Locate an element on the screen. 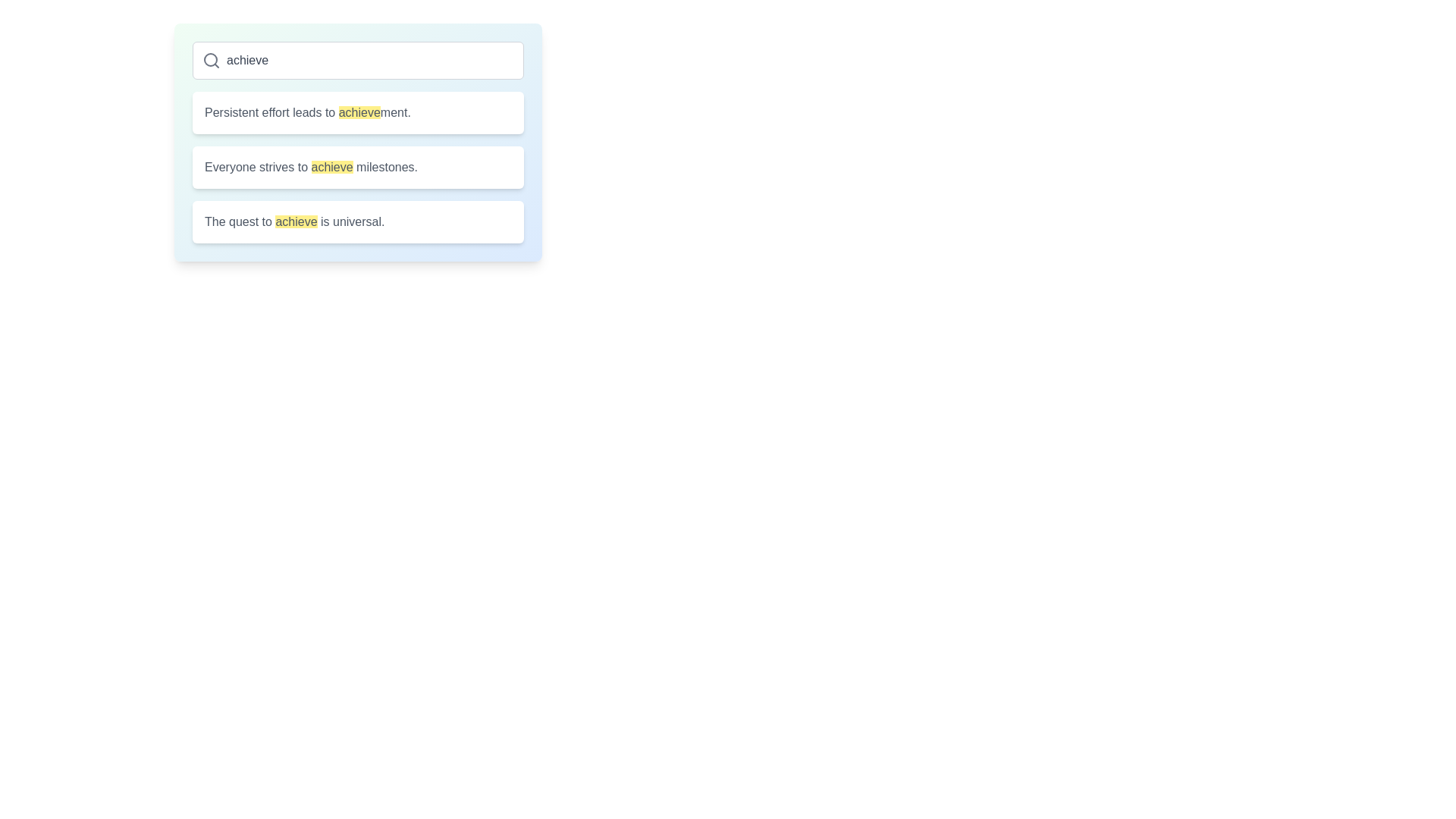  the static text fragment emphasizing the term 'achievement' in the sentence 'Persistent effort leads to achievement.' is located at coordinates (395, 111).